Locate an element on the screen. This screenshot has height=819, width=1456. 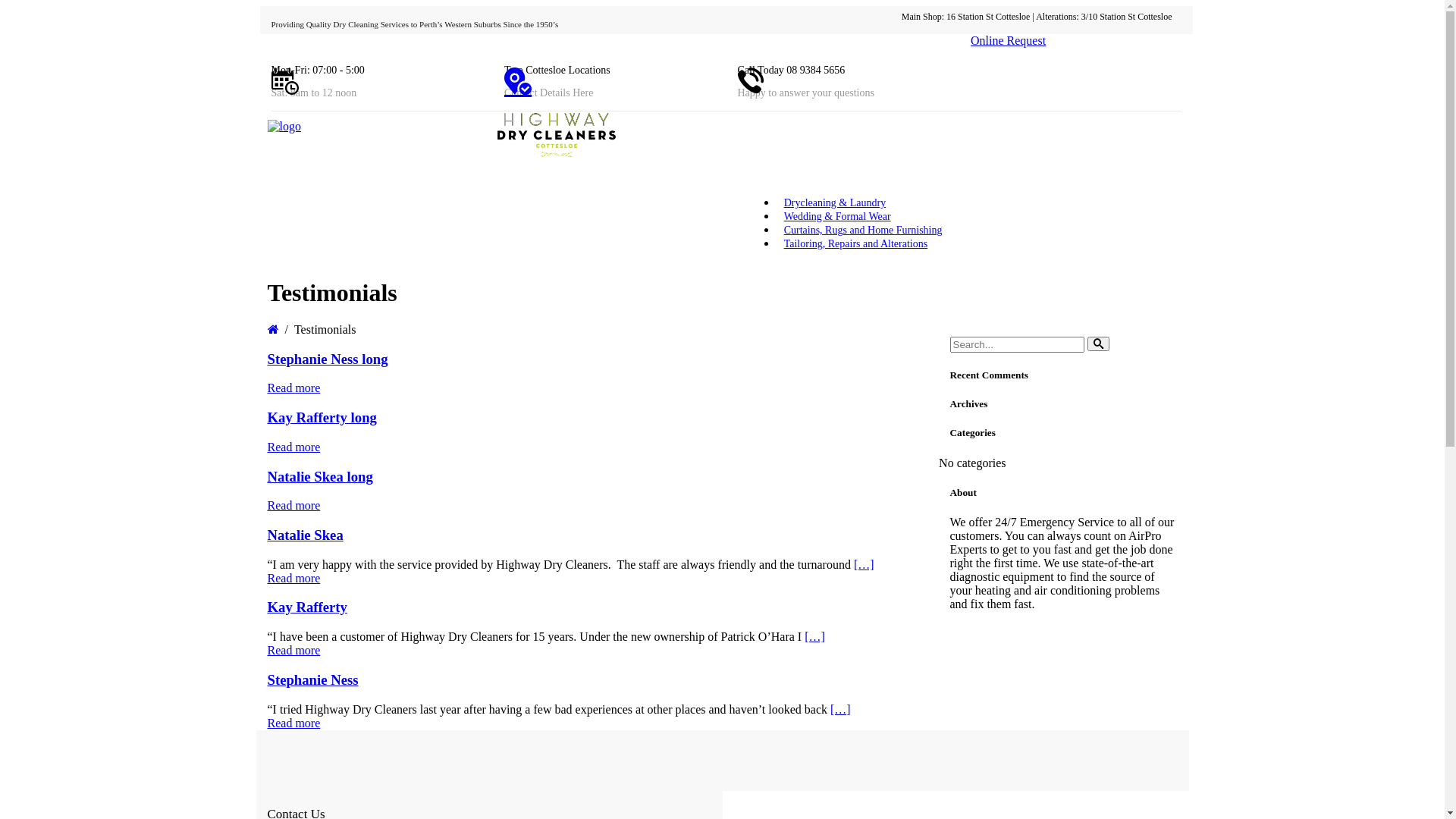
'Contact Details Here' is located at coordinates (548, 93).